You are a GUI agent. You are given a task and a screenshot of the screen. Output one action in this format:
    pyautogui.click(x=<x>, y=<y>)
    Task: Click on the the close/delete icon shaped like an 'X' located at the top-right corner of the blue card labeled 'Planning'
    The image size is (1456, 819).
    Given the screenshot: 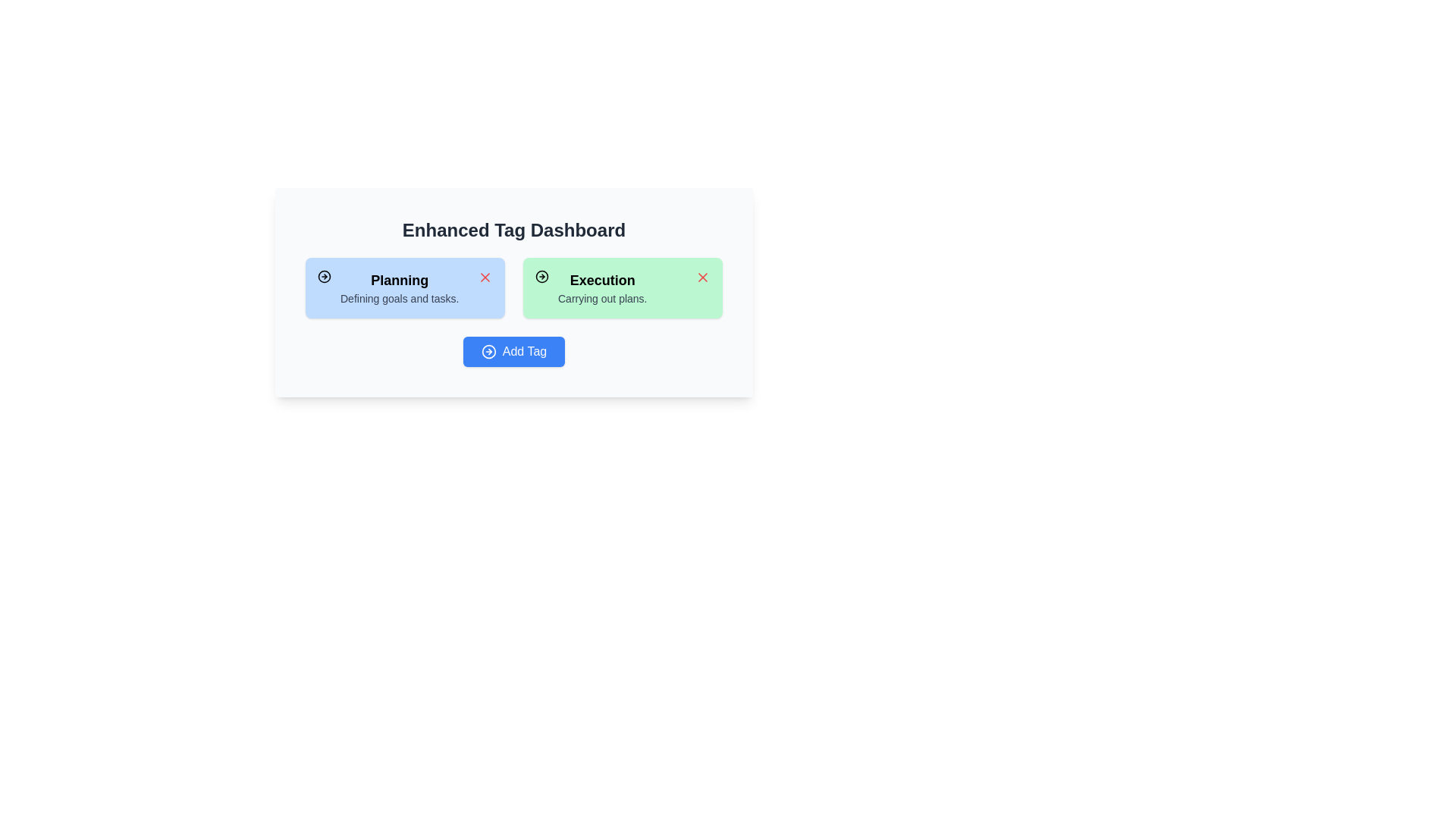 What is the action you would take?
    pyautogui.click(x=484, y=278)
    